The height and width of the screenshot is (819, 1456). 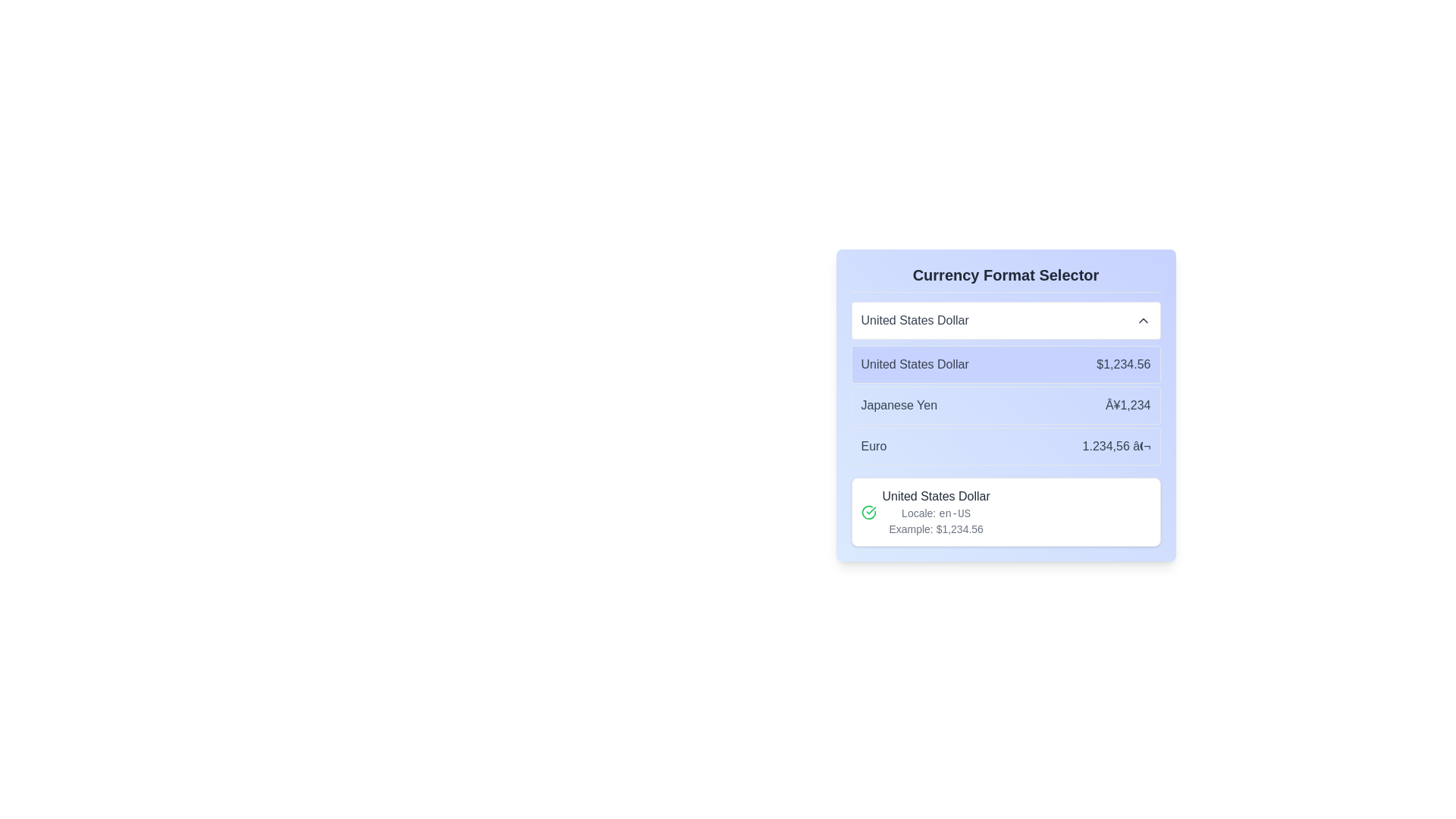 I want to click on the static text displaying '1.234,56 â¬', which is aligned to the right of the 'Euro' label in the third row of currency options, so click(x=1116, y=446).